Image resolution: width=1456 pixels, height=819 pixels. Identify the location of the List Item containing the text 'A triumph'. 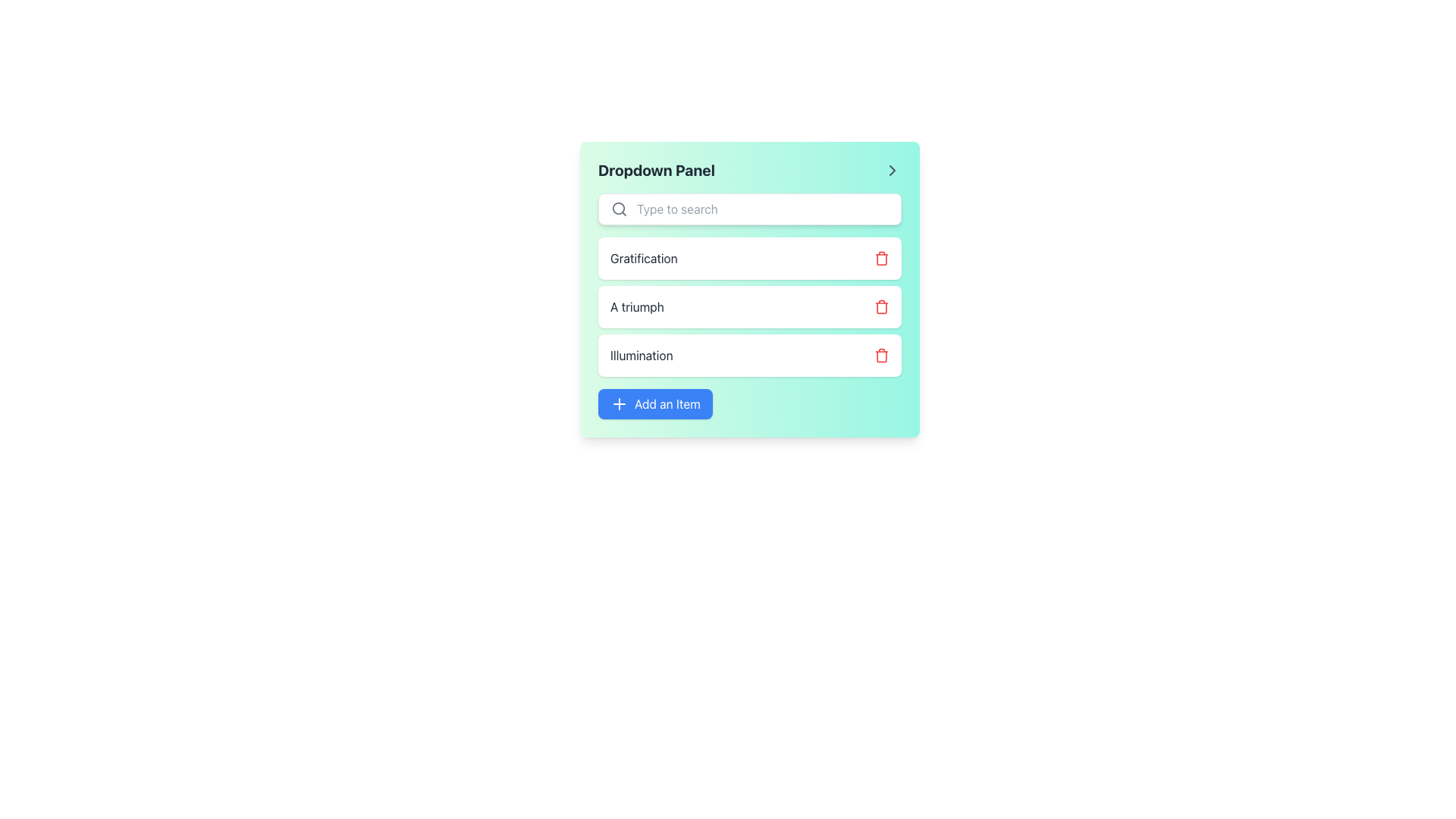
(749, 289).